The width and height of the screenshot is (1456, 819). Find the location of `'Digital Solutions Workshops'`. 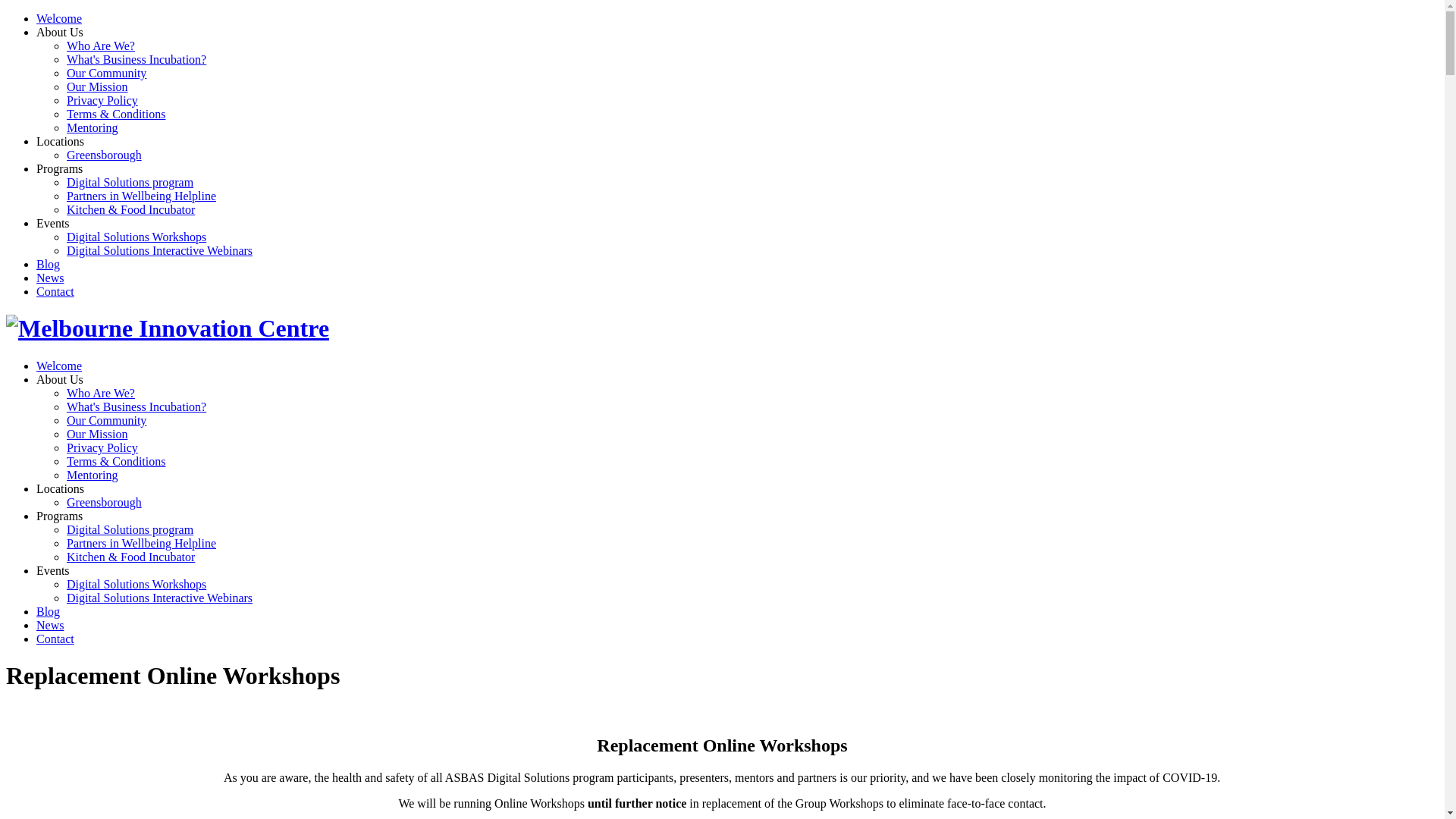

'Digital Solutions Workshops' is located at coordinates (136, 583).